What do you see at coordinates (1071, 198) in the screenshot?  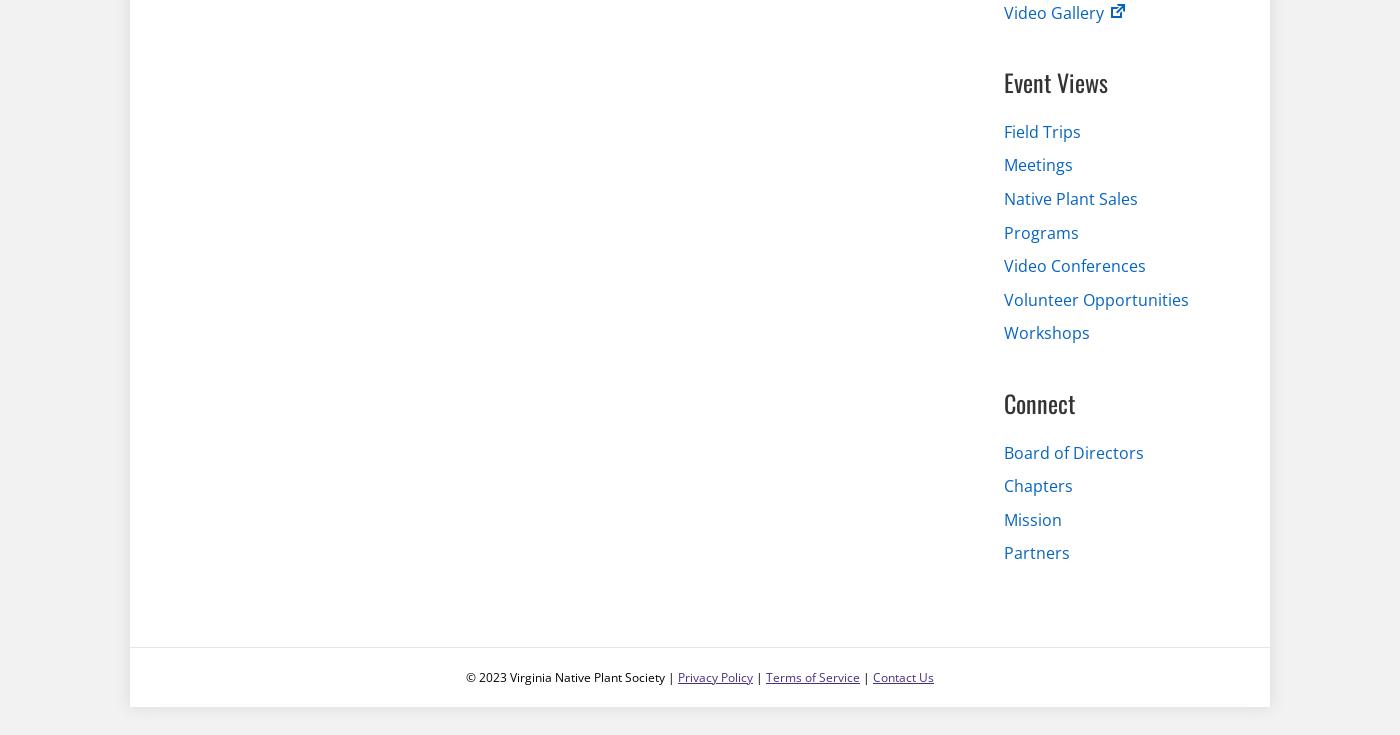 I see `'Native Plant Sales'` at bounding box center [1071, 198].